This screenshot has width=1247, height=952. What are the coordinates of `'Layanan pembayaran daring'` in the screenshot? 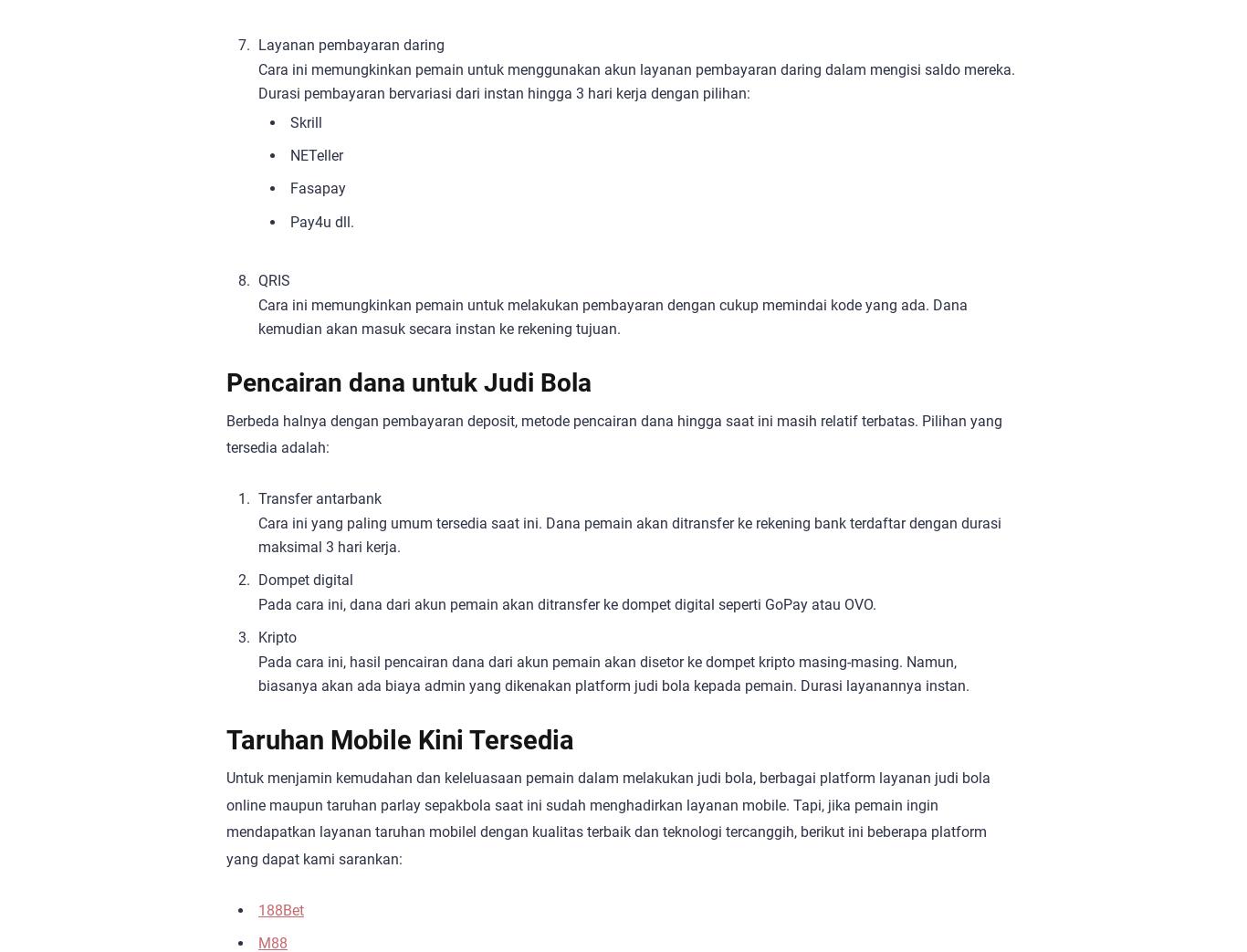 It's located at (350, 44).